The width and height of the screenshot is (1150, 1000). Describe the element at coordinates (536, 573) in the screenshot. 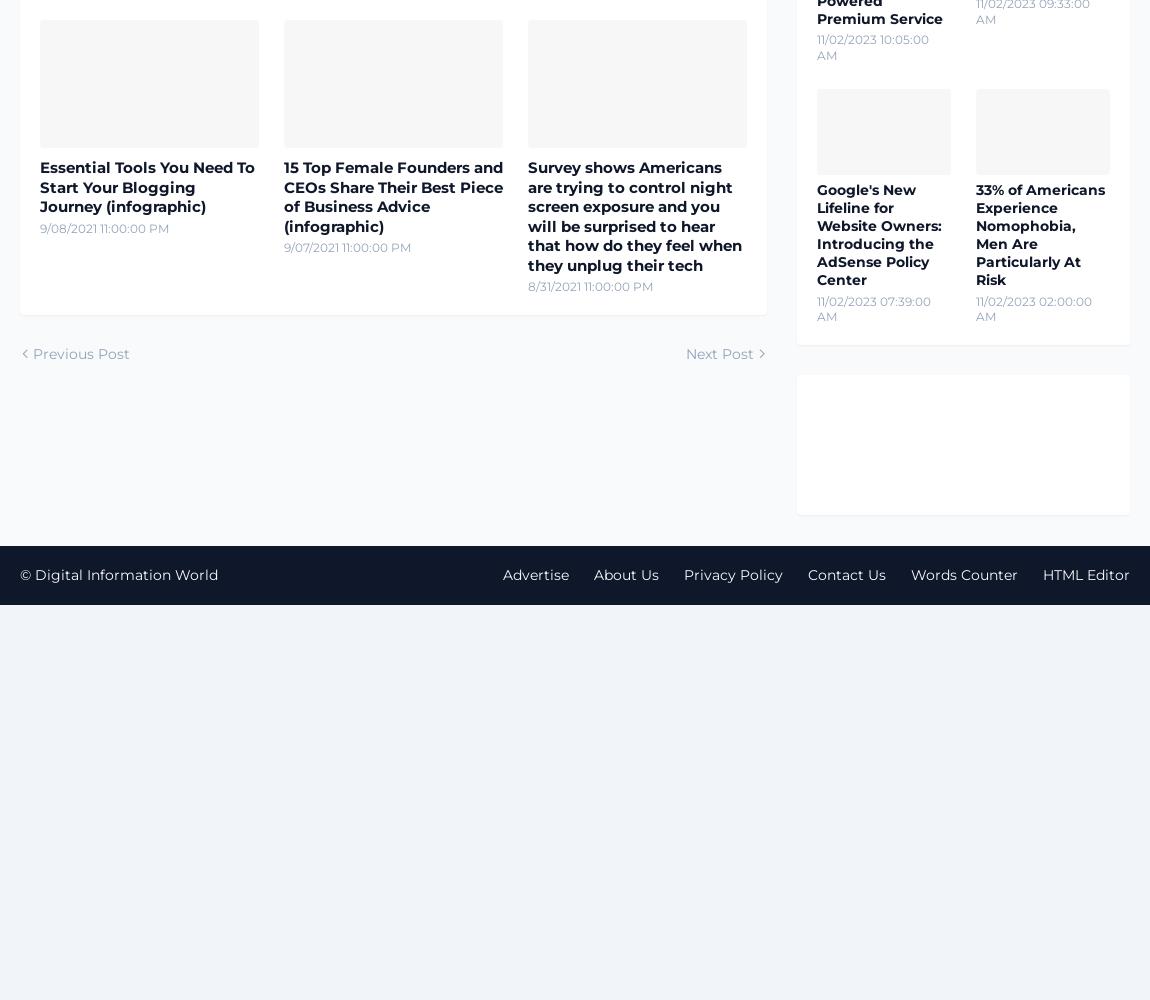

I see `'Advertise'` at that location.